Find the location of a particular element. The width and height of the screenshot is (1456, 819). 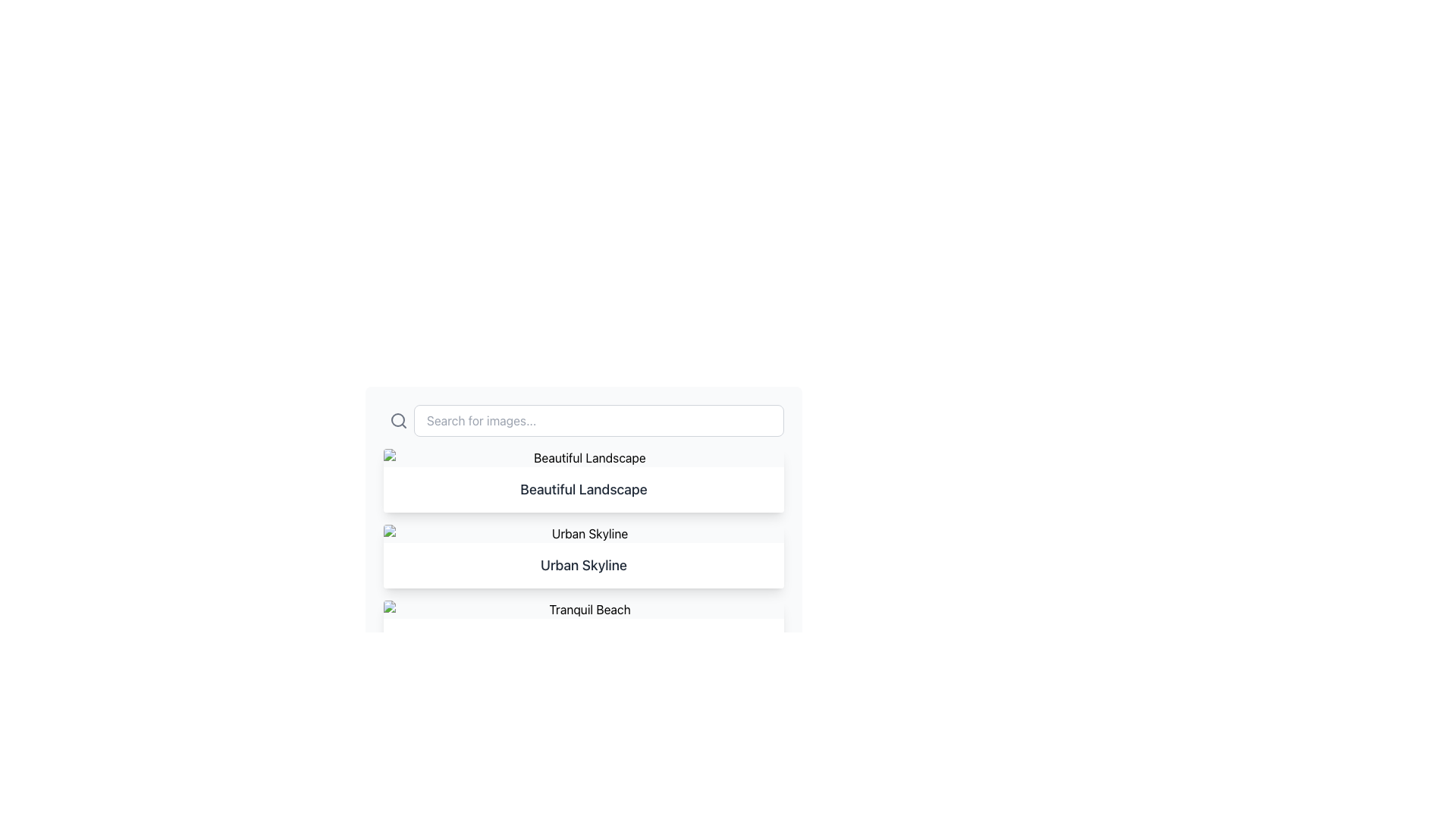

the image placeholder displaying a missing image icon for 'Beautiful Landscape' is located at coordinates (582, 457).